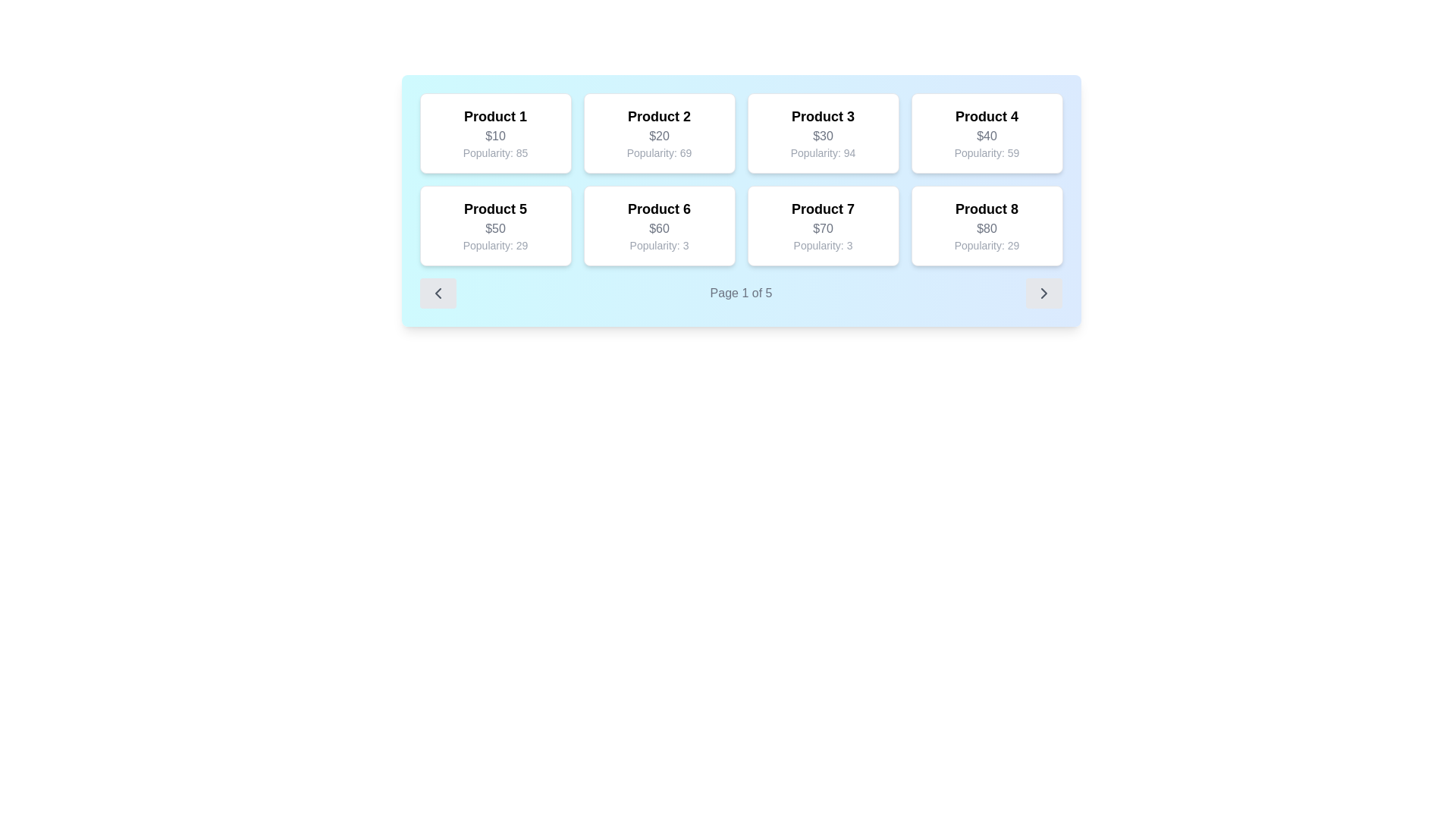  Describe the element at coordinates (495, 136) in the screenshot. I see `the price text label for 'Product 1', which is positioned below the title and above the popularity text` at that location.